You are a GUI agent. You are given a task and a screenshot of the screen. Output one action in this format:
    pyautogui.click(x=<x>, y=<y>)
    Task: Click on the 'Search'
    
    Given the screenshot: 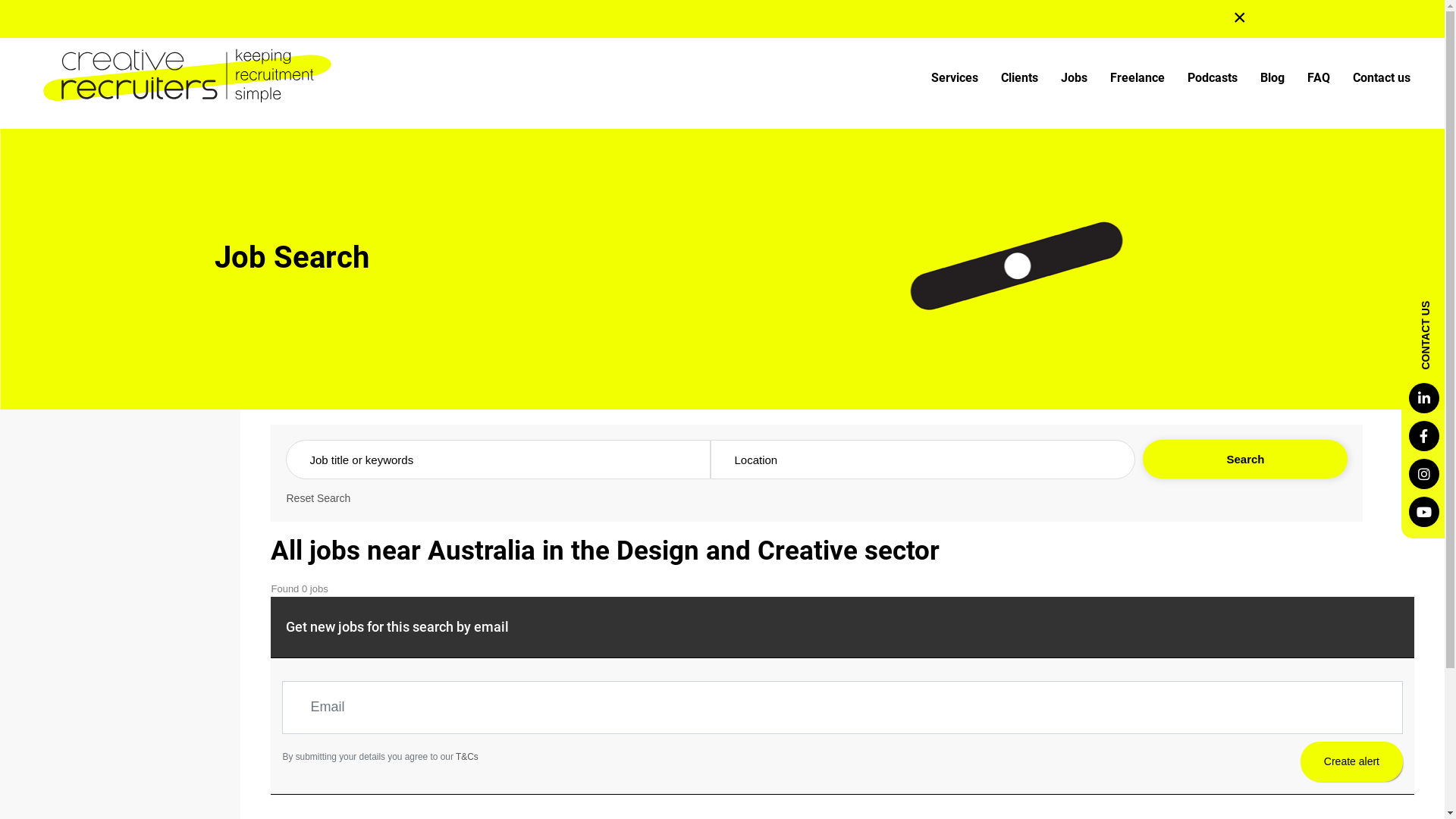 What is the action you would take?
    pyautogui.click(x=1244, y=458)
    